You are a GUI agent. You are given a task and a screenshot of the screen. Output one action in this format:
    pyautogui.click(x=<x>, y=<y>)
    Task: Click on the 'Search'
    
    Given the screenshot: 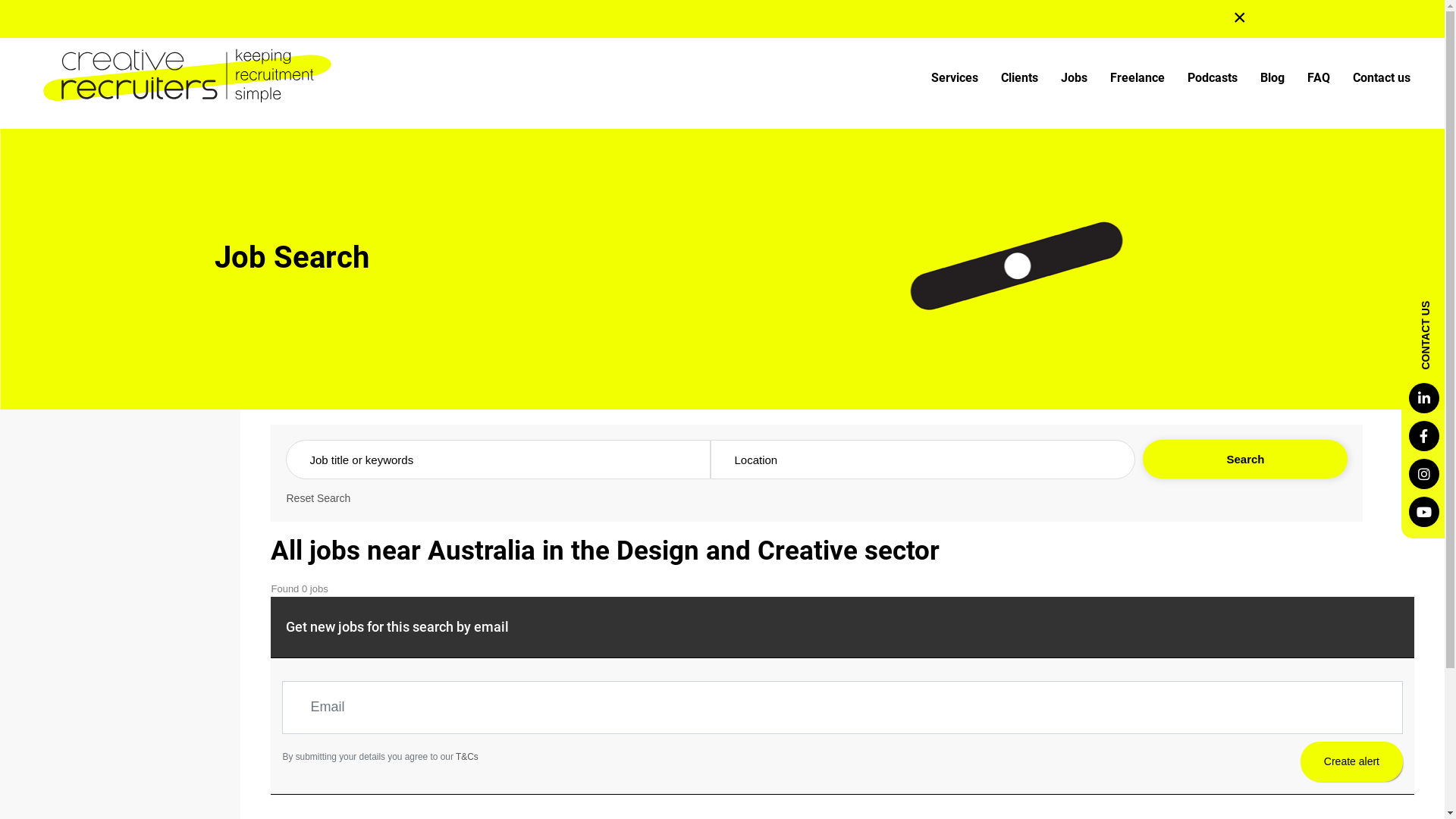 What is the action you would take?
    pyautogui.click(x=1244, y=458)
    